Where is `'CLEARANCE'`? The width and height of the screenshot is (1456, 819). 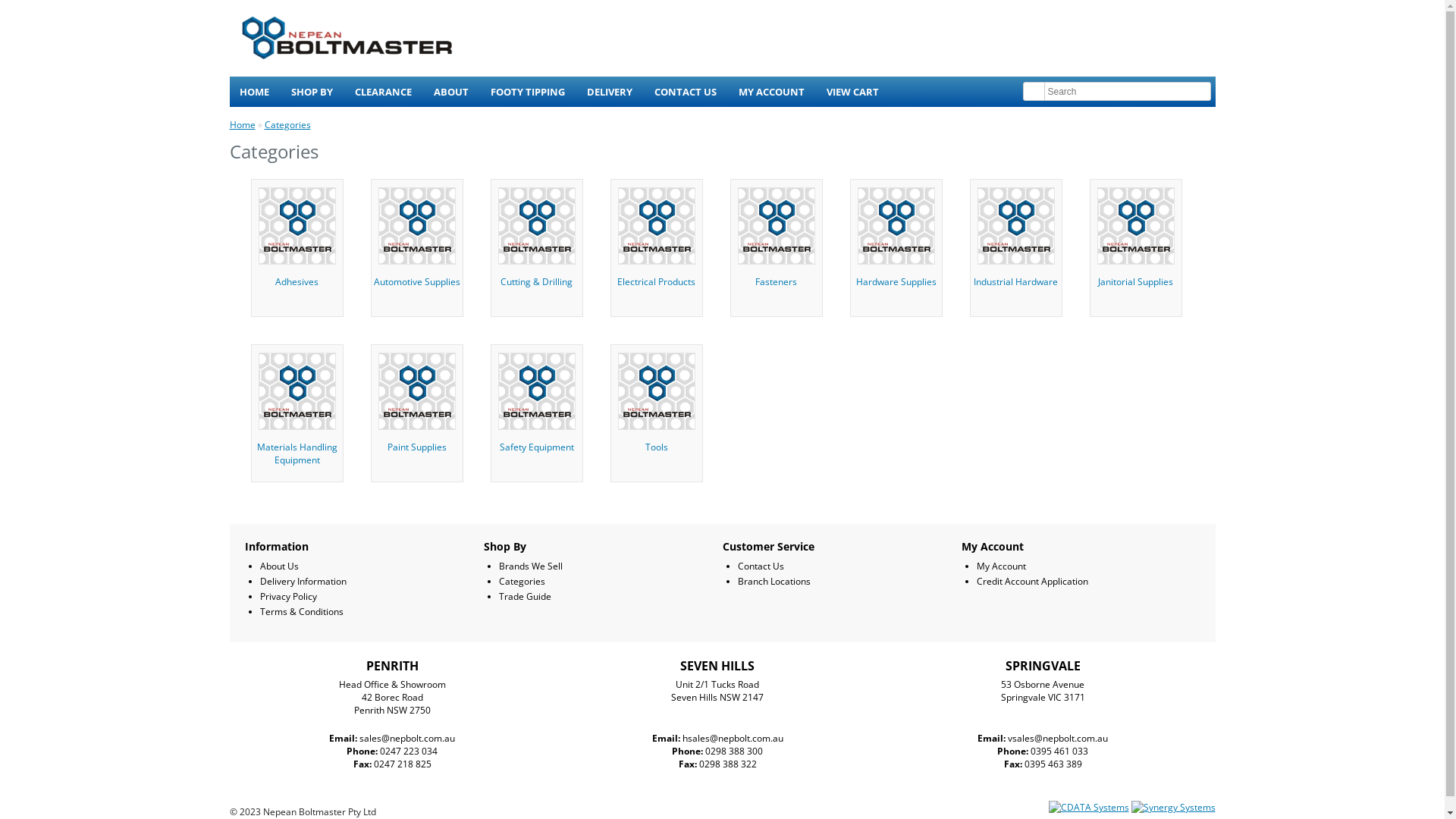
'CLEARANCE' is located at coordinates (382, 91).